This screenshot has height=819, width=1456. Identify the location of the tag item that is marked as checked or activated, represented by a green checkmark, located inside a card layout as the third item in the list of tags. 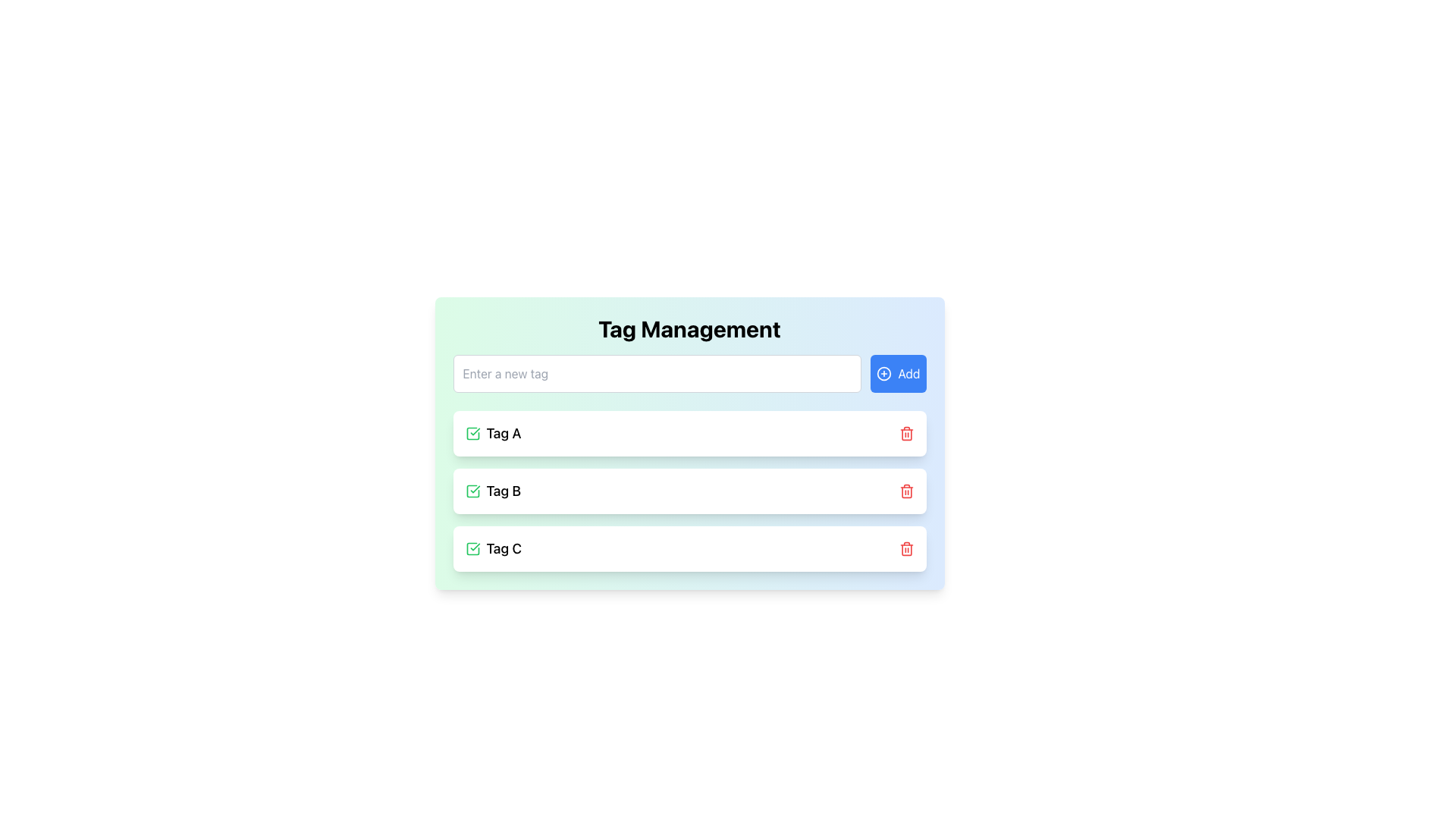
(493, 549).